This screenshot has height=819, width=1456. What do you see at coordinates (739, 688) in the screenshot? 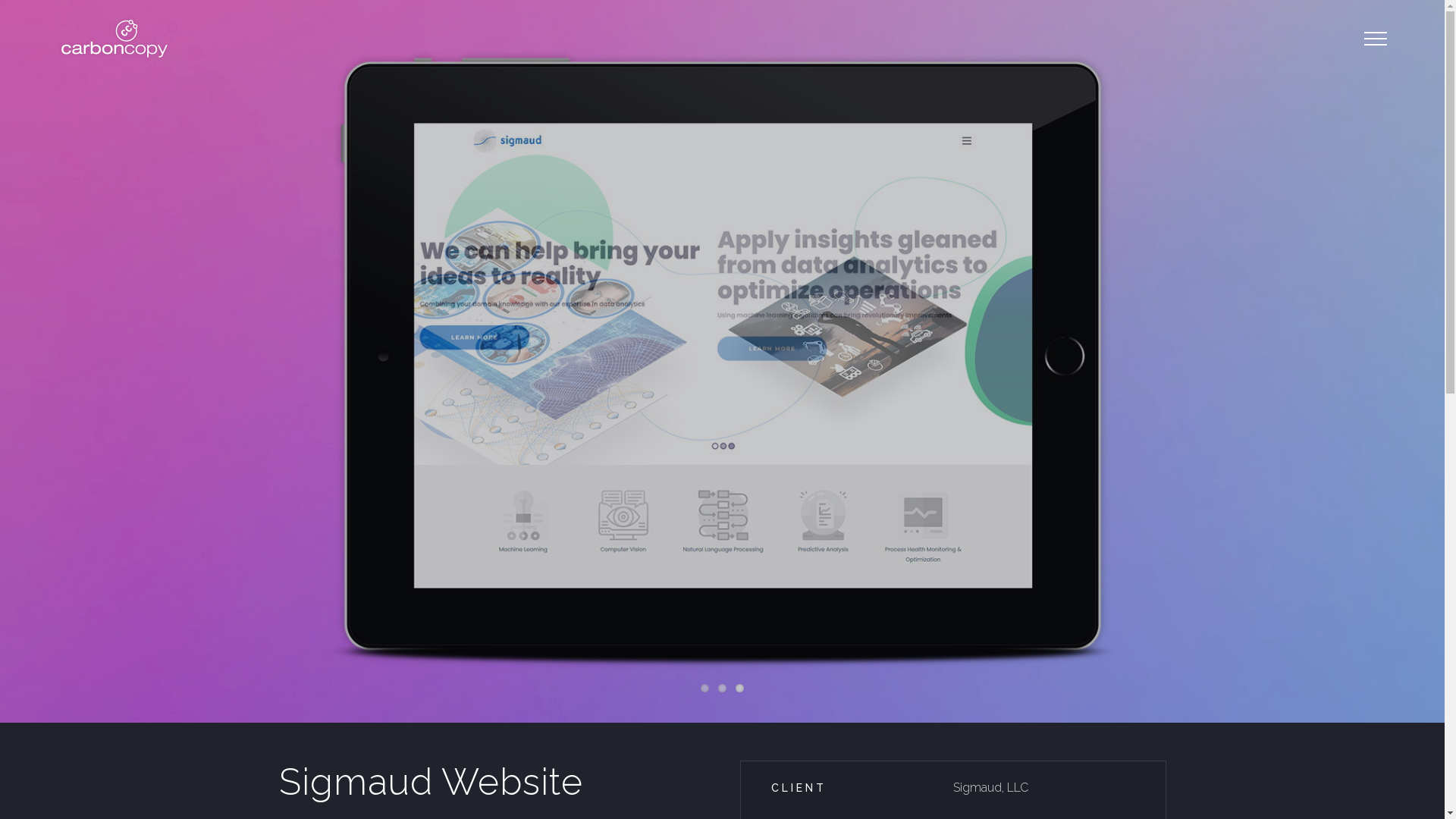
I see `'3'` at bounding box center [739, 688].